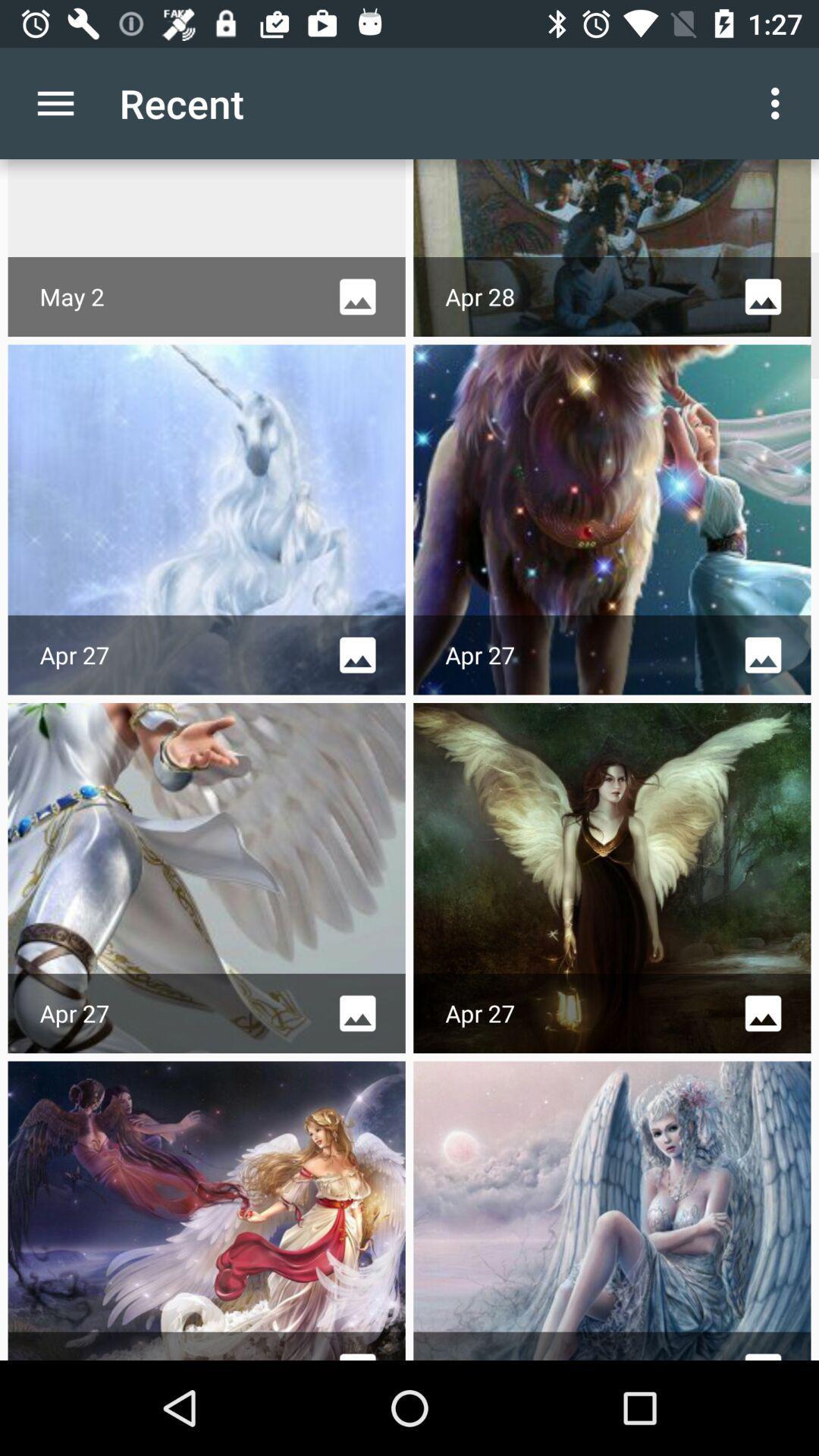  I want to click on the app to the left of the recent app, so click(55, 102).